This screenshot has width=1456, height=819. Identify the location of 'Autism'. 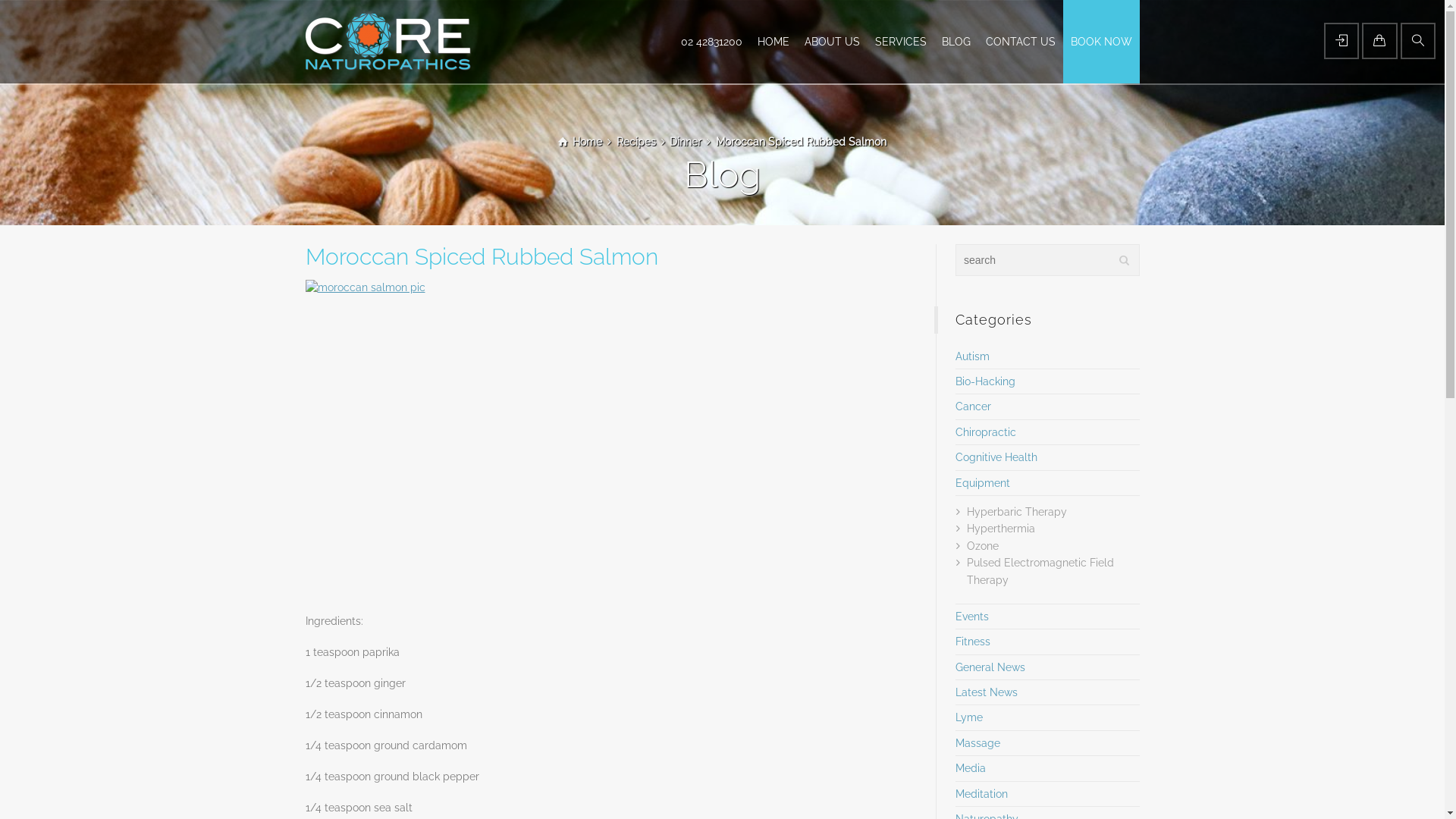
(972, 356).